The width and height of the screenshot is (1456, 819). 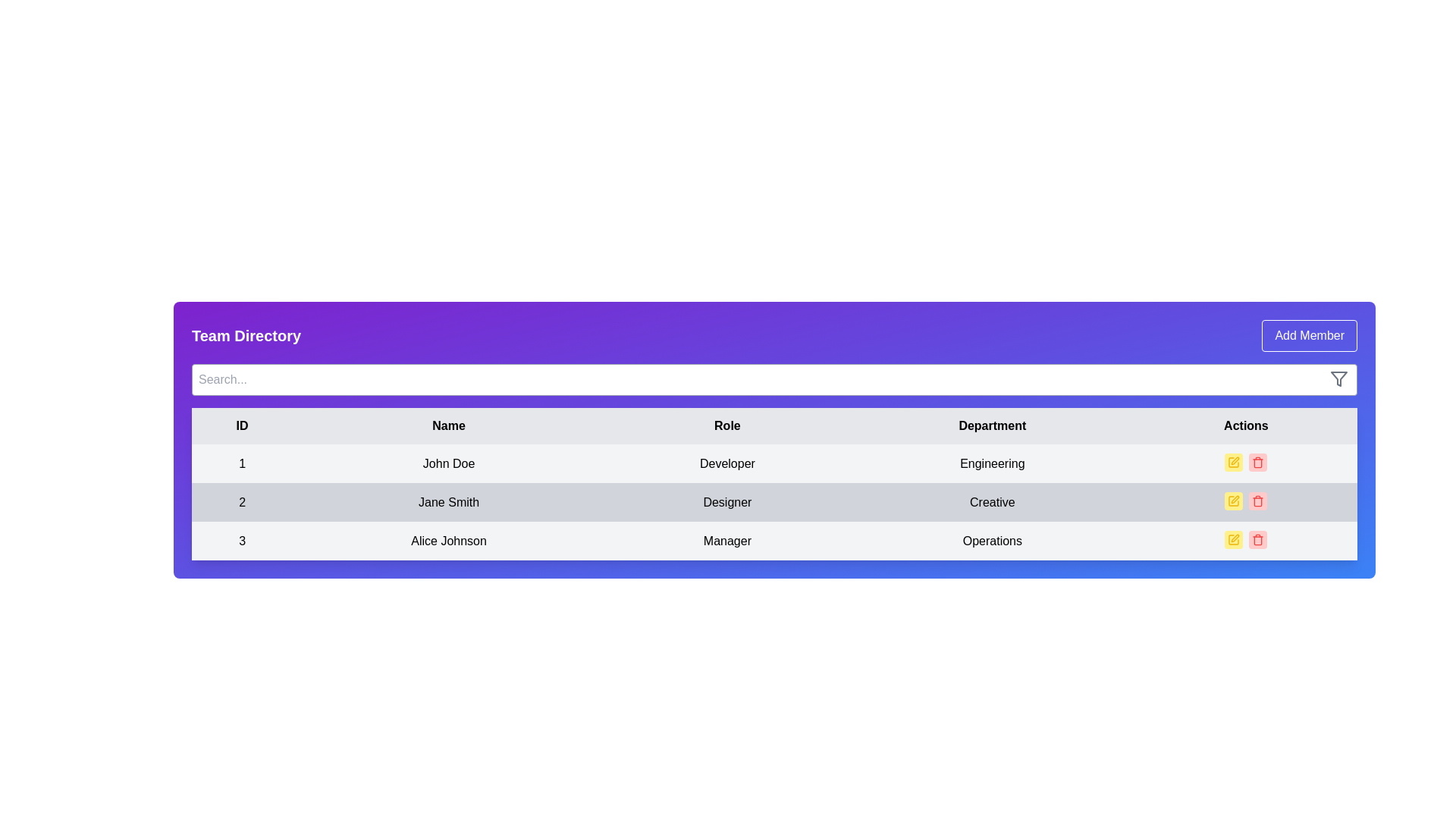 I want to click on the first cell of the fourth row in the 'Team Directory' table, so click(x=241, y=540).